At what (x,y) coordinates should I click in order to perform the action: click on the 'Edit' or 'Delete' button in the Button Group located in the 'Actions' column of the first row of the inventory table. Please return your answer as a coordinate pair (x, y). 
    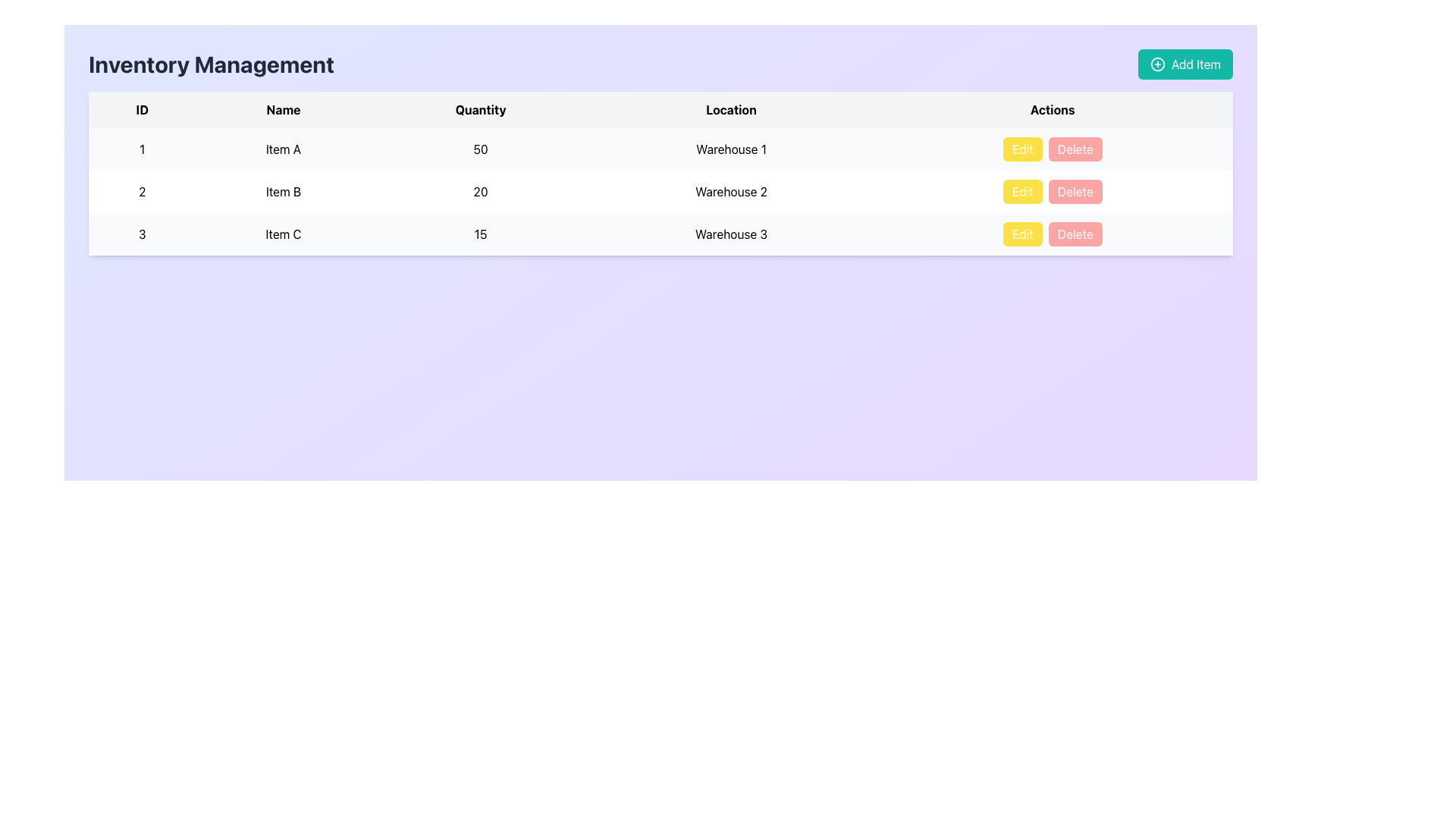
    Looking at the image, I should click on (1052, 149).